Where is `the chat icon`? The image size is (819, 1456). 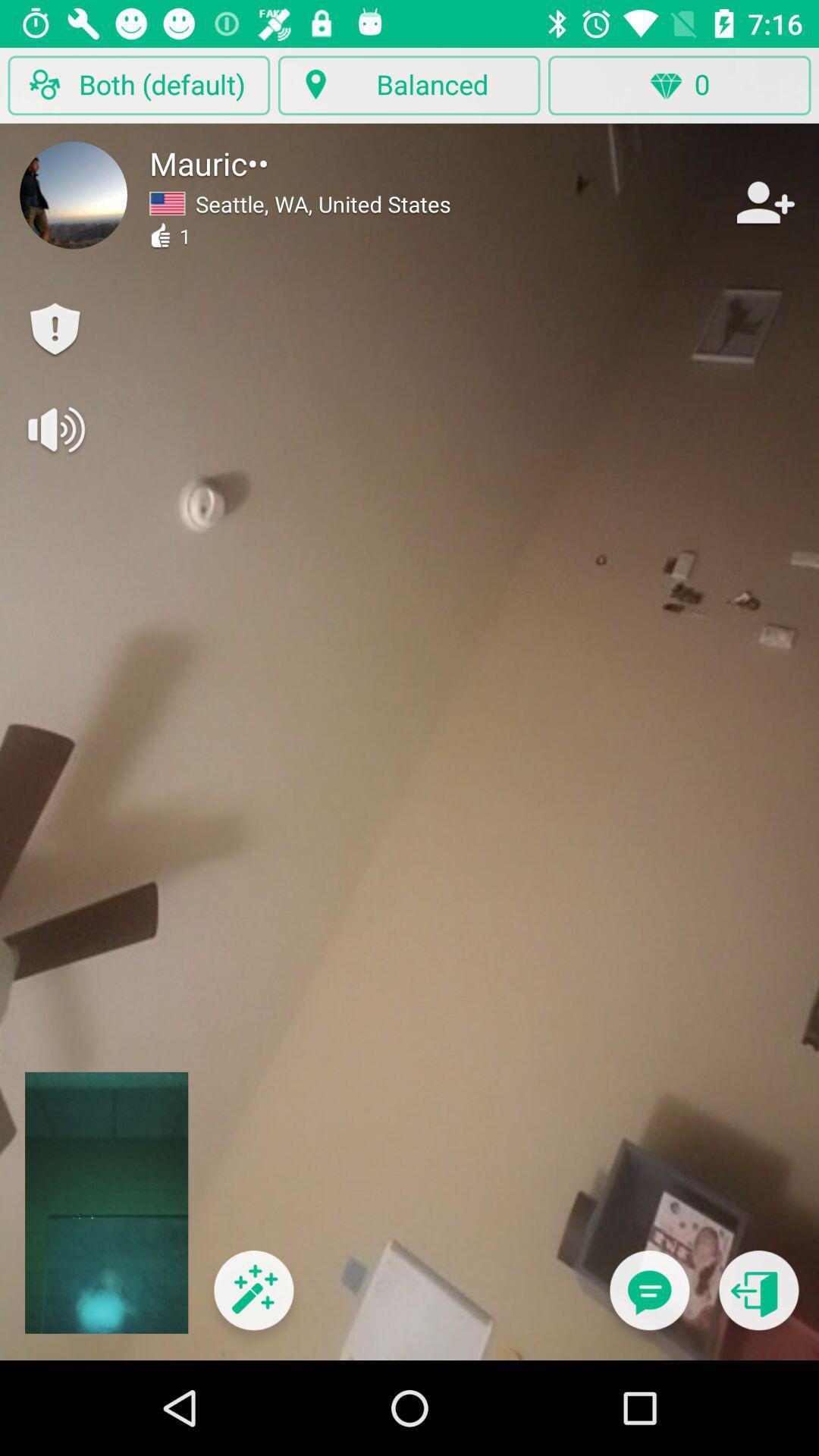 the chat icon is located at coordinates (648, 1299).